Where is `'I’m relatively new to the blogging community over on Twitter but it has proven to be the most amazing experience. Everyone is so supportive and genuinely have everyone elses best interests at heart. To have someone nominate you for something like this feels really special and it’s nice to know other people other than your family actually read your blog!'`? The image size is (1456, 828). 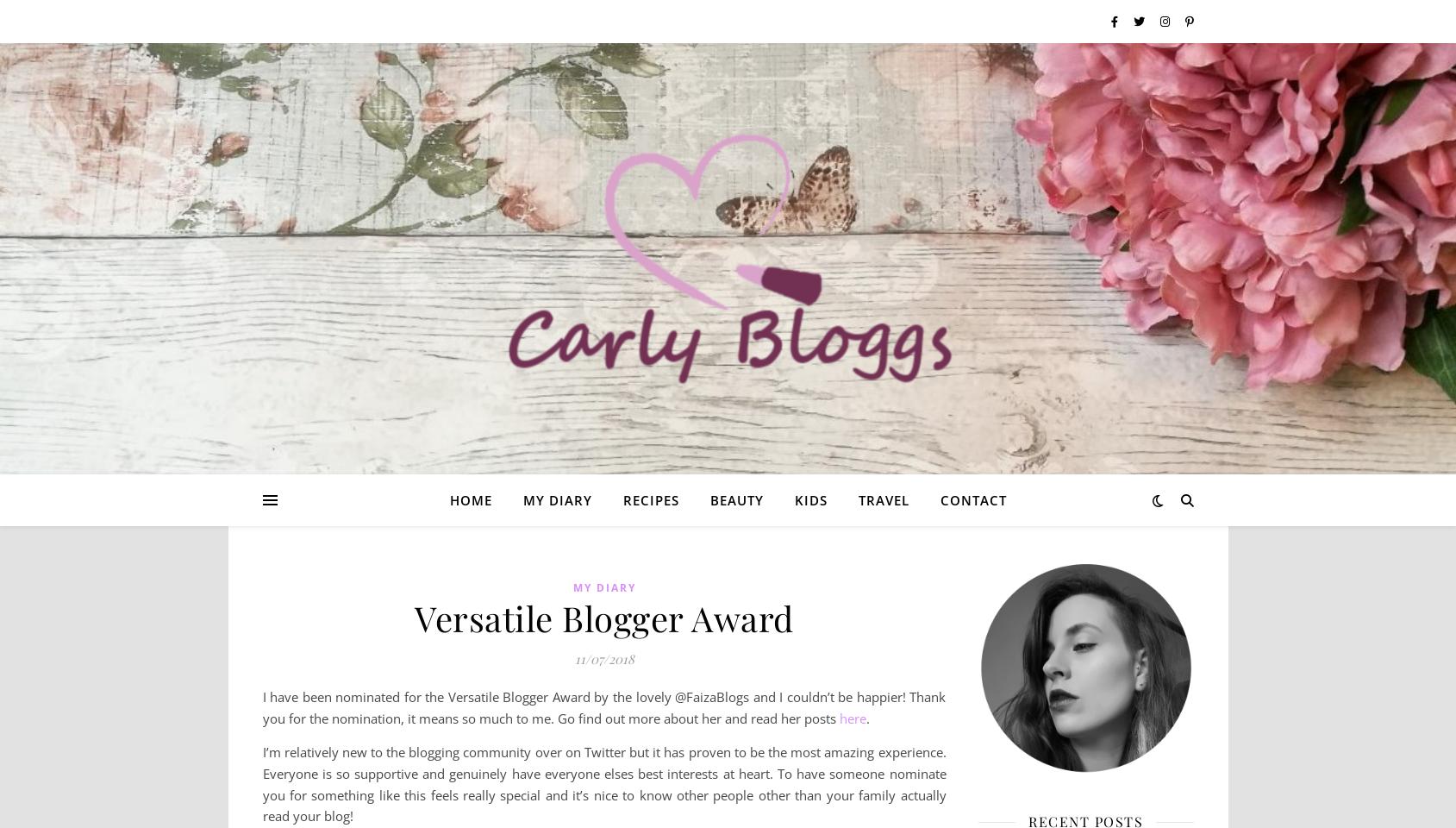
'I’m relatively new to the blogging community over on Twitter but it has proven to be the most amazing experience. Everyone is so supportive and genuinely have everyone elses best interests at heart. To have someone nominate you for something like this feels really special and it’s nice to know other people other than your family actually read your blog!' is located at coordinates (603, 784).